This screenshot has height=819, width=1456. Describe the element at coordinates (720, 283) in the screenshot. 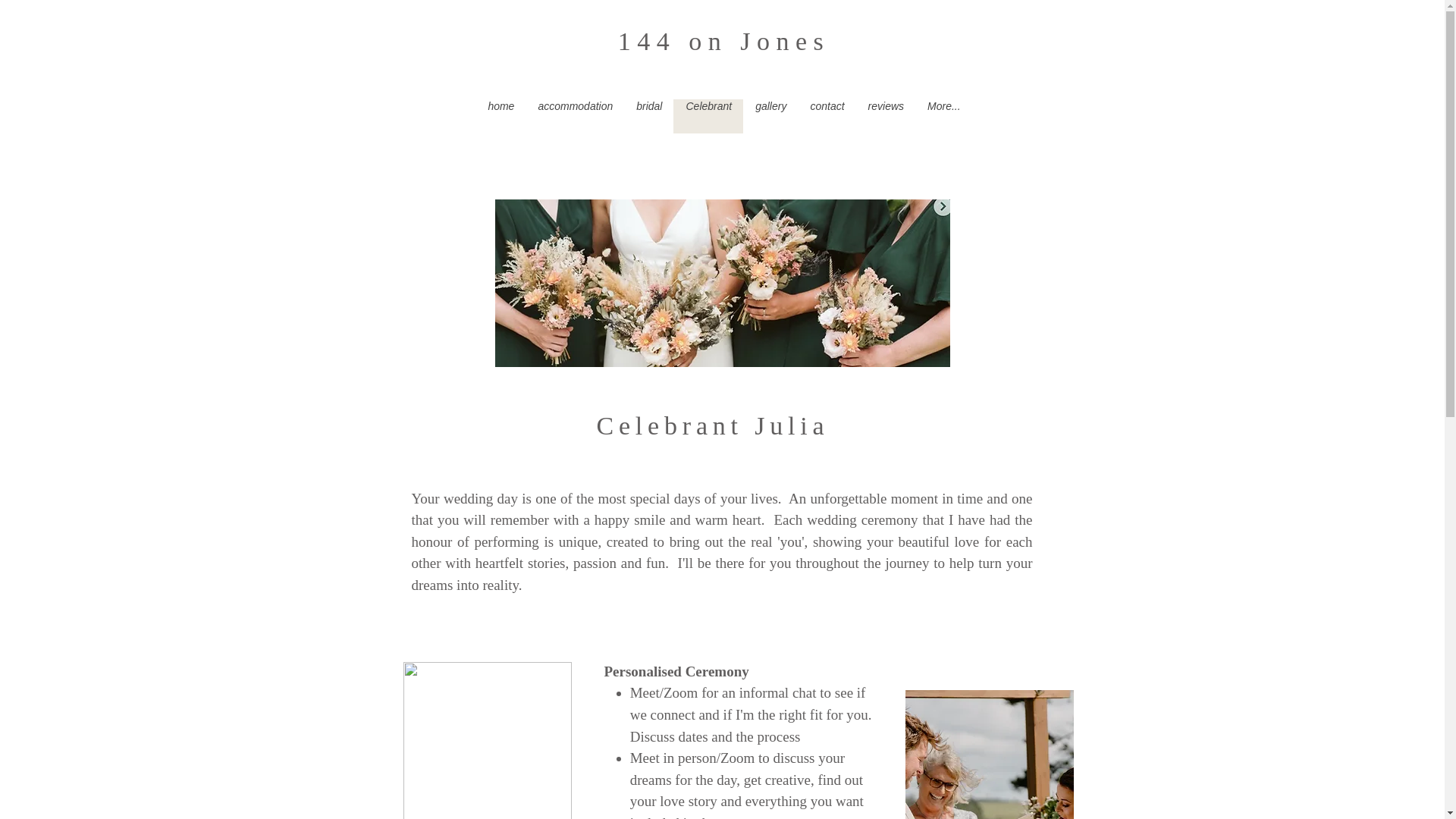

I see `'Screen Shot 2022-02-09 at 5.50.59 PM.jpe'` at that location.